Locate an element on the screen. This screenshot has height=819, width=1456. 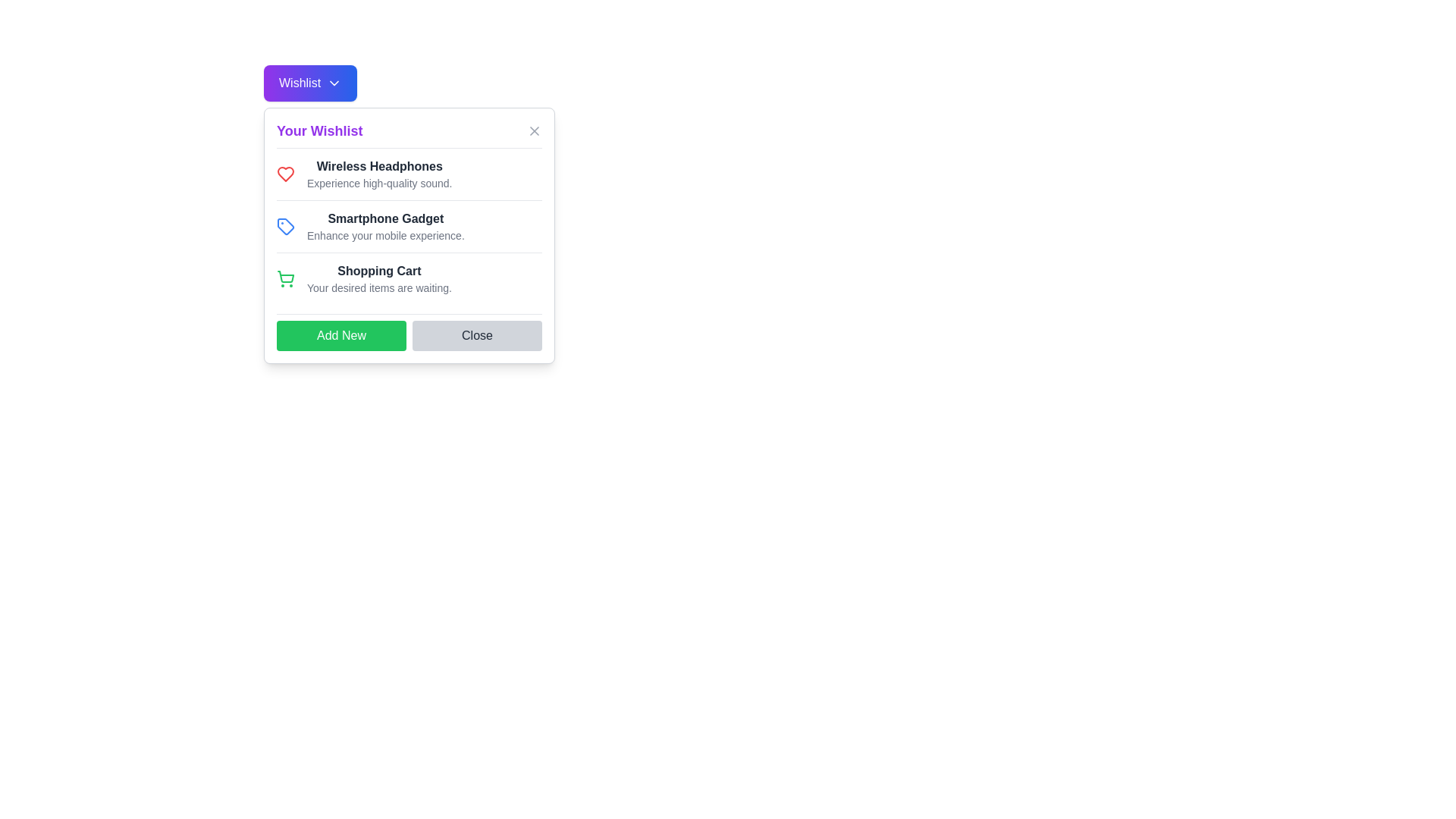
the informational text block that indicates items in the shopping cart, located in the third row of the 'Your Wishlist' card, below the 'Smartphone Gadget' item is located at coordinates (409, 278).